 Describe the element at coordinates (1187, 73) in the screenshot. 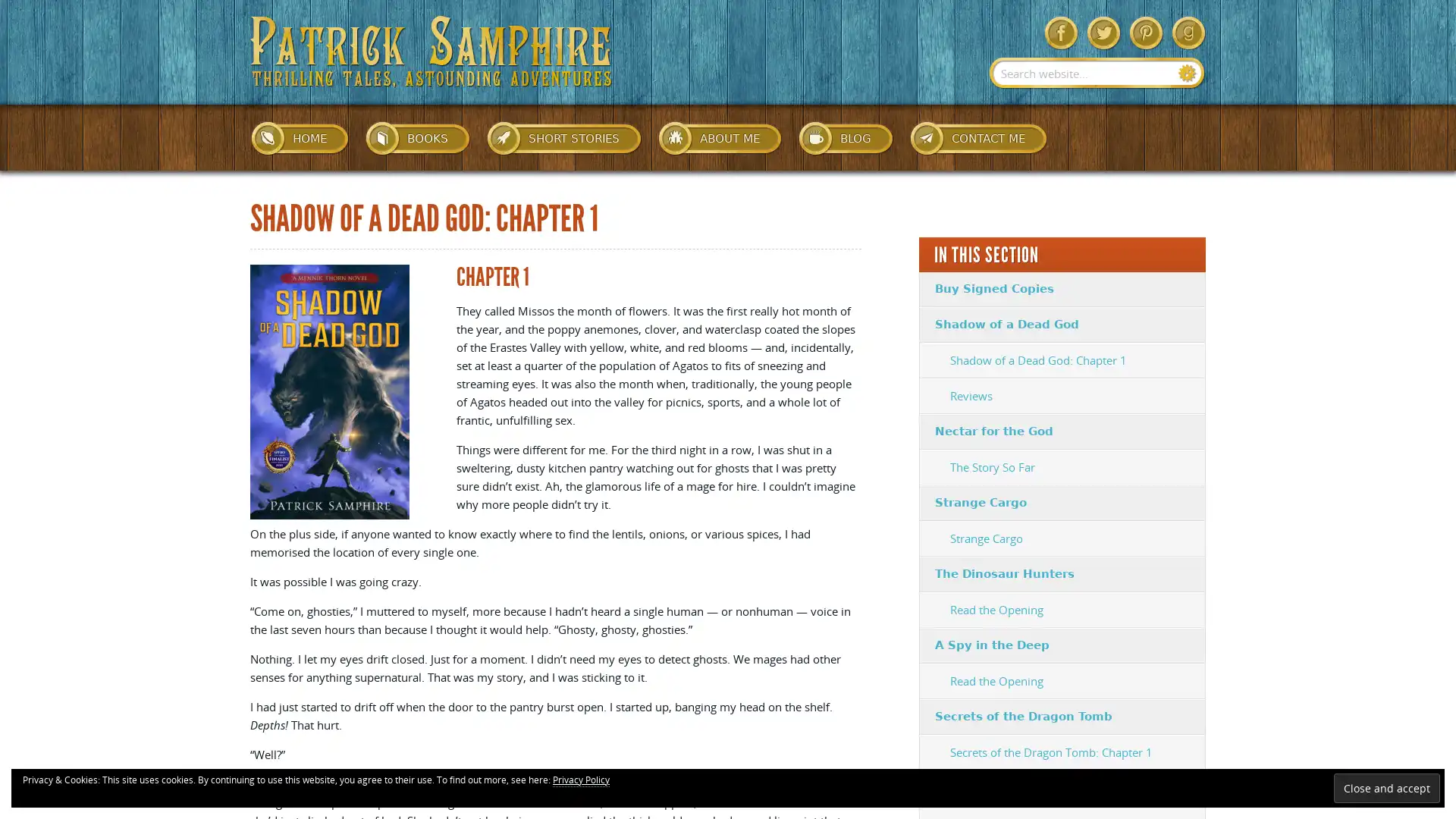

I see `Search` at that location.